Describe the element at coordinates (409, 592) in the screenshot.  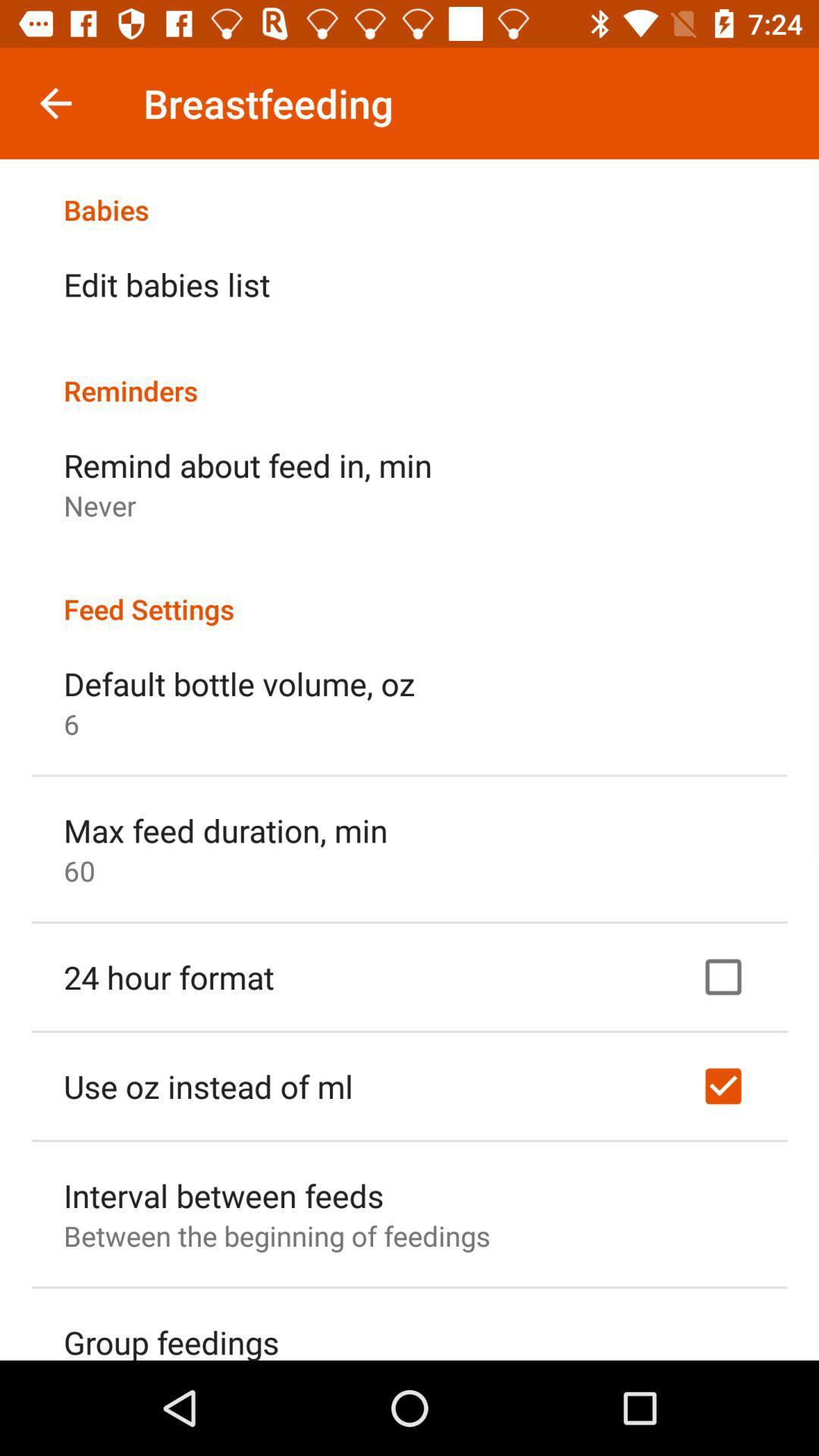
I see `the feed settings item` at that location.